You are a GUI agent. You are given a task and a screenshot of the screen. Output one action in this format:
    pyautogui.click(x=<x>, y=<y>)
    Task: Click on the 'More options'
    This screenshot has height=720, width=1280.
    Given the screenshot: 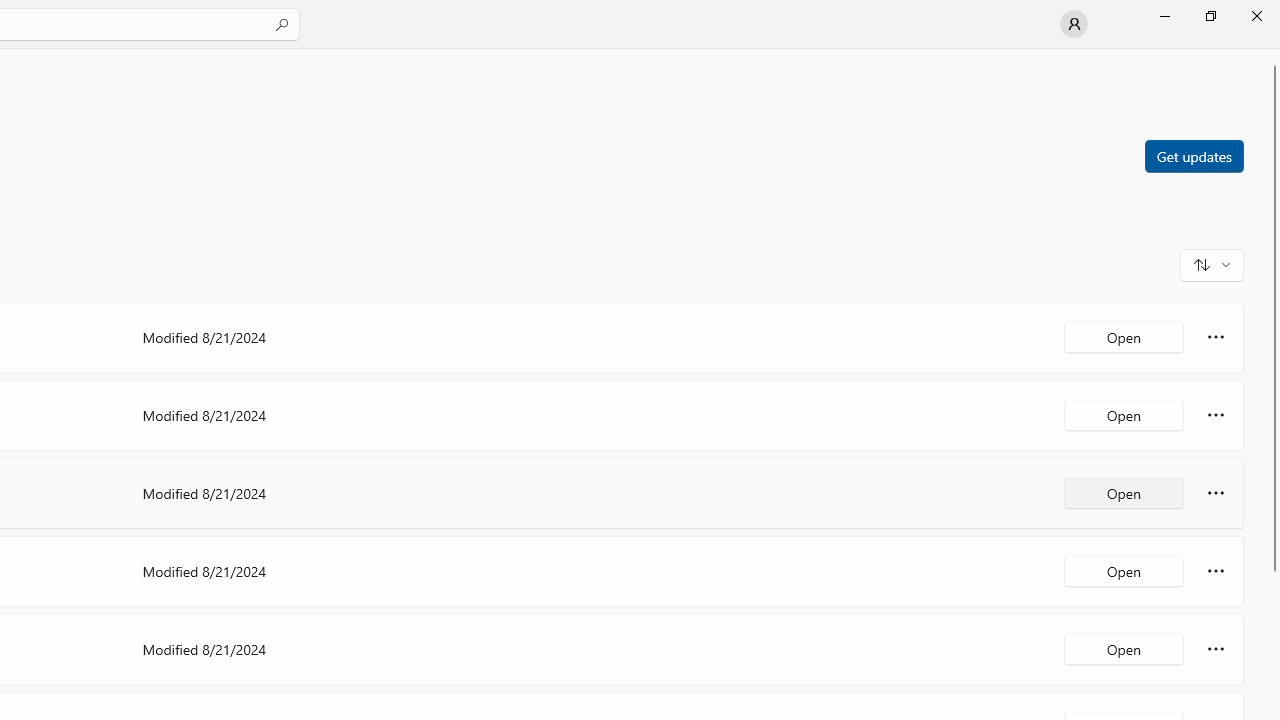 What is the action you would take?
    pyautogui.click(x=1215, y=649)
    